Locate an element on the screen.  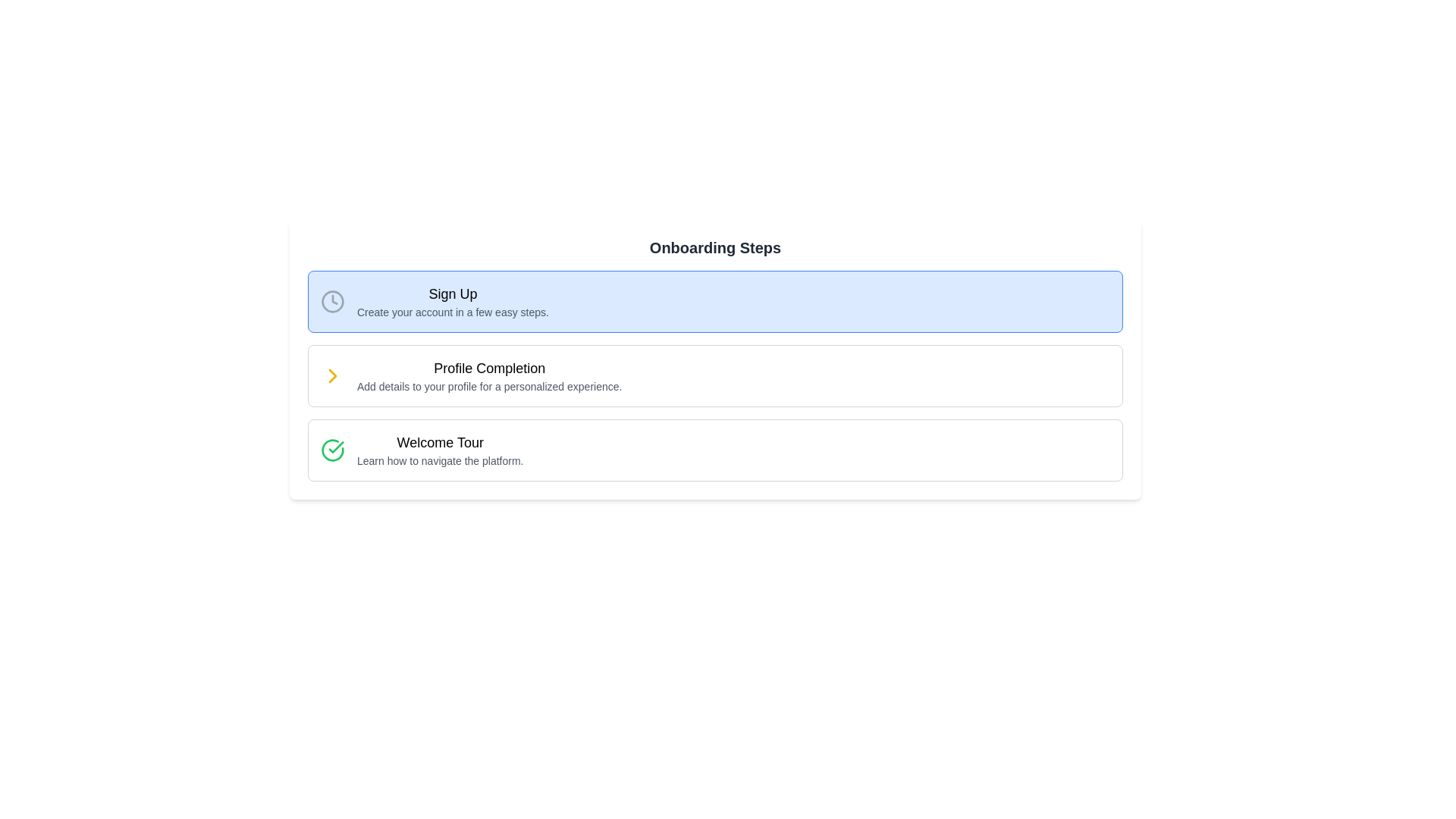
the top text label of the third onboarding step, which serves as the title for that step, positioned below the 'Sign Up' and 'Profile Completion' steps is located at coordinates (439, 442).